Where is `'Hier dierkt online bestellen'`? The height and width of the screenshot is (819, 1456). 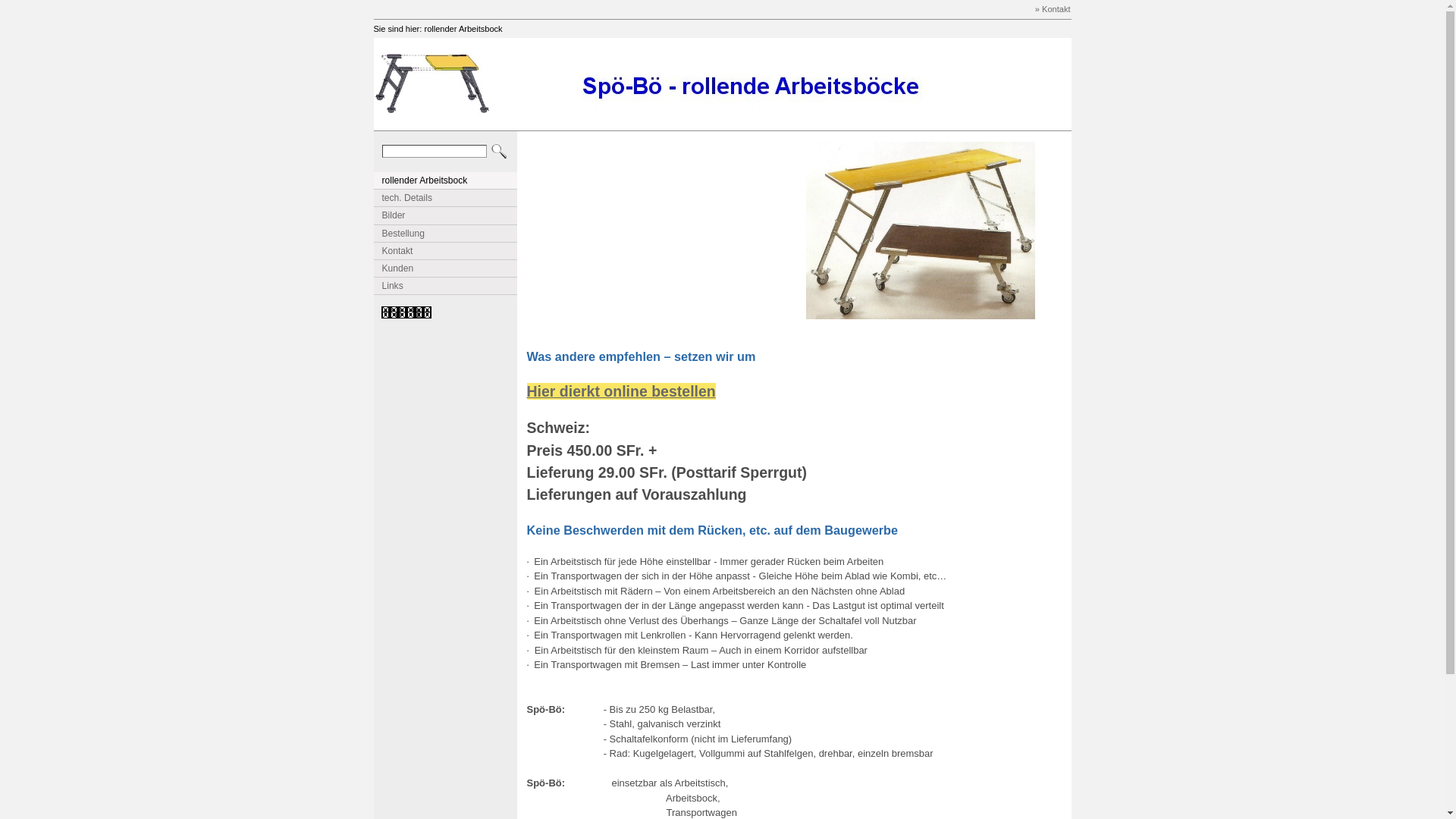 'Hier dierkt online bestellen' is located at coordinates (620, 390).